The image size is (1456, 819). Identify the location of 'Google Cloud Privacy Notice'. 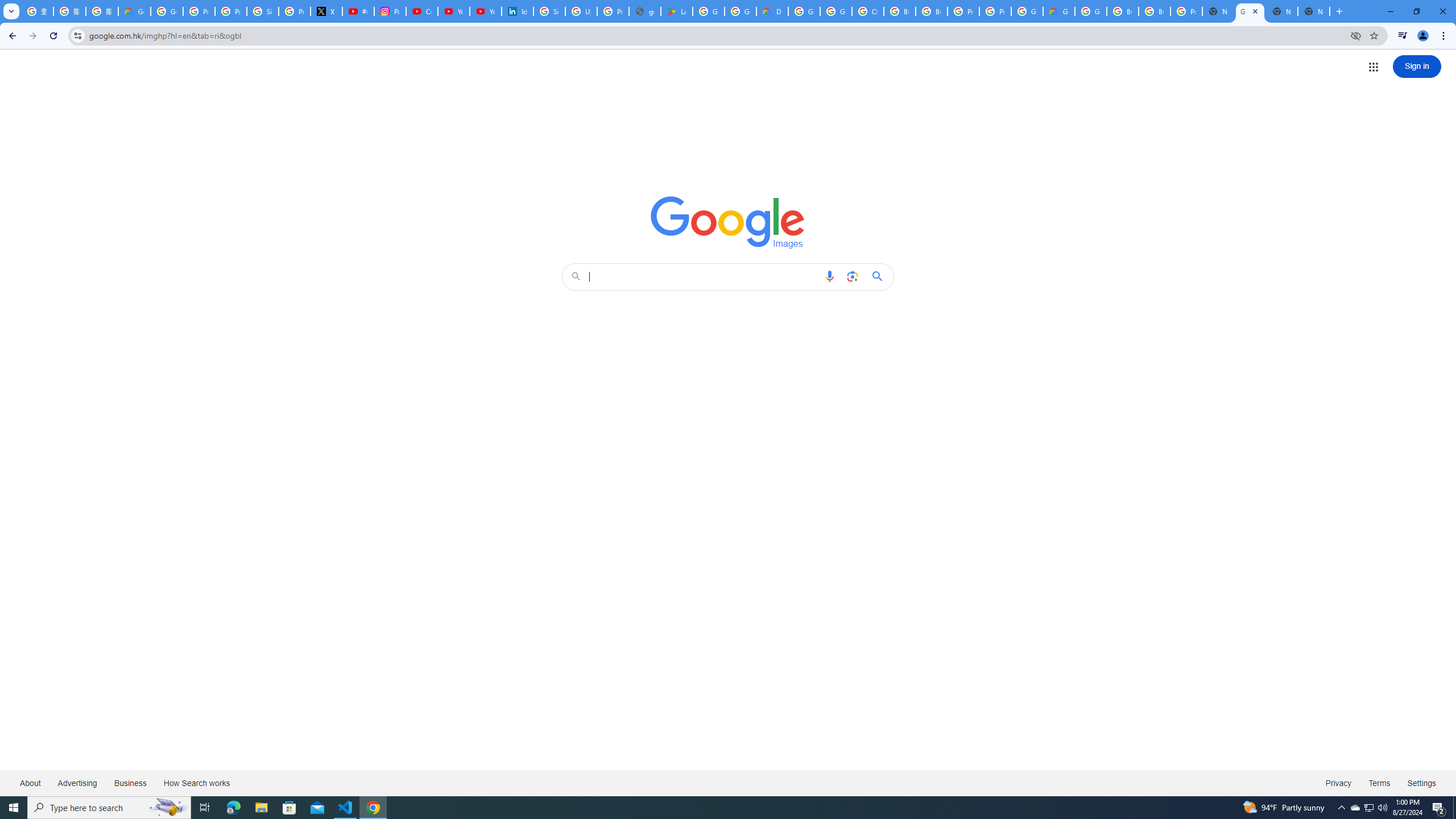
(134, 11).